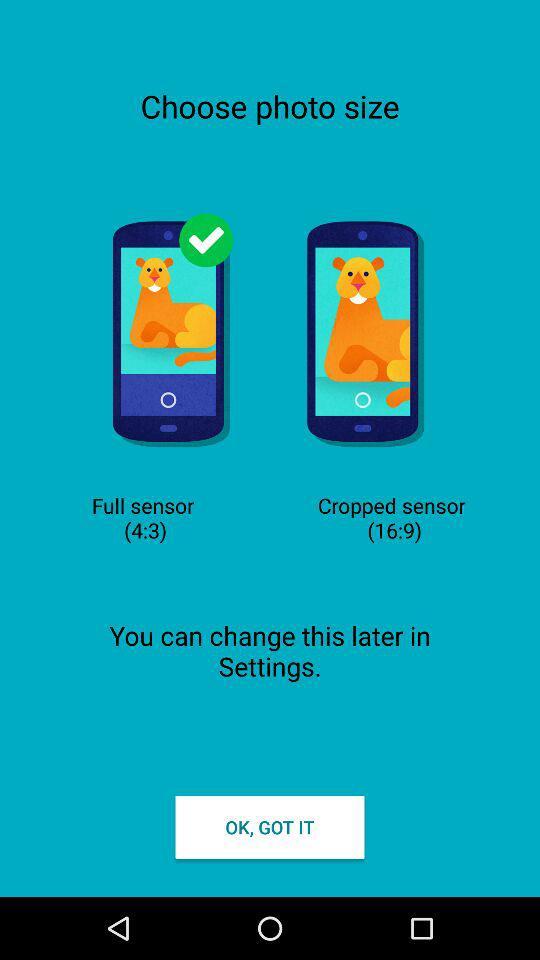  Describe the element at coordinates (270, 827) in the screenshot. I see `app below you can change icon` at that location.